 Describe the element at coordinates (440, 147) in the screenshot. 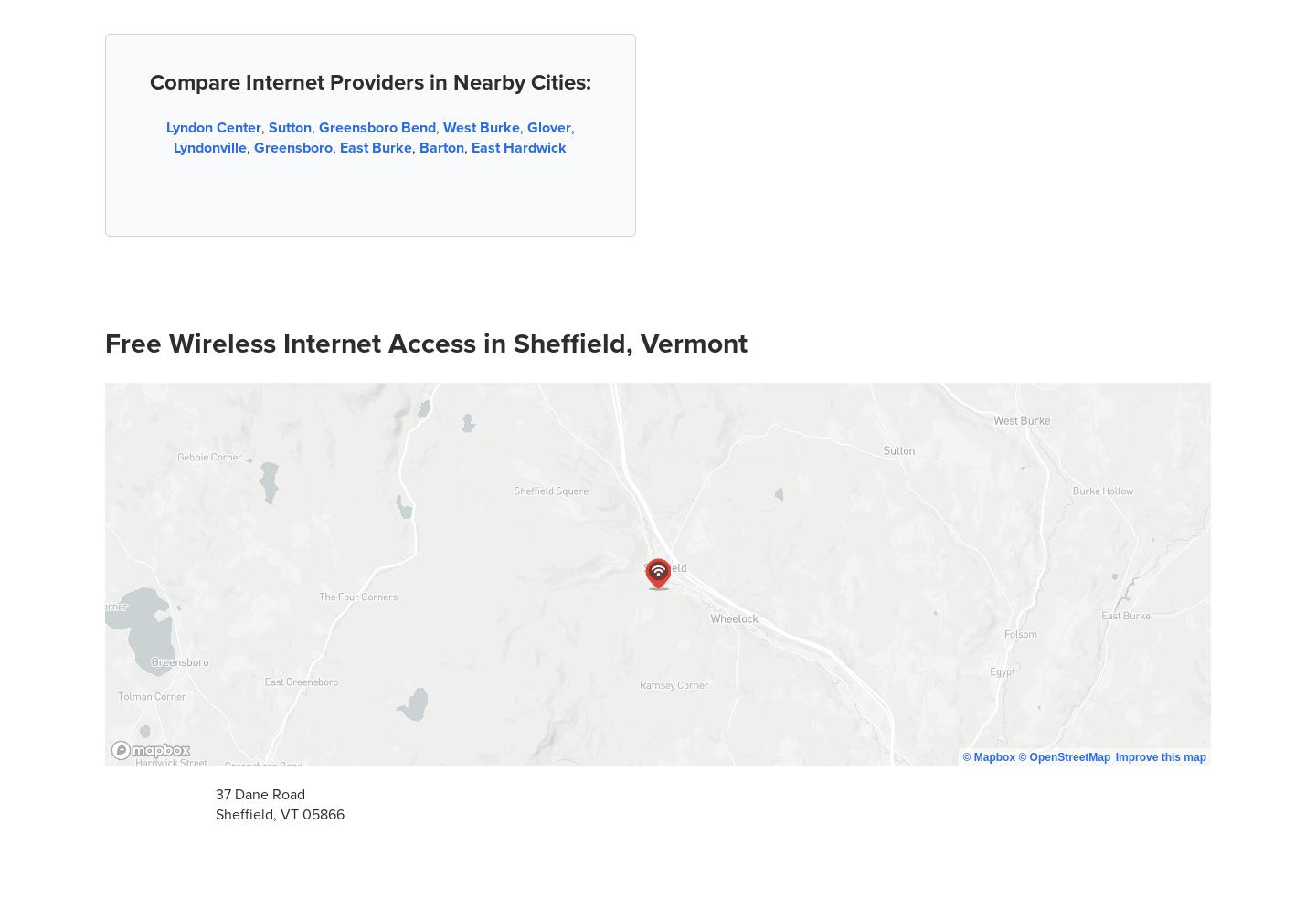

I see `'Barton'` at that location.